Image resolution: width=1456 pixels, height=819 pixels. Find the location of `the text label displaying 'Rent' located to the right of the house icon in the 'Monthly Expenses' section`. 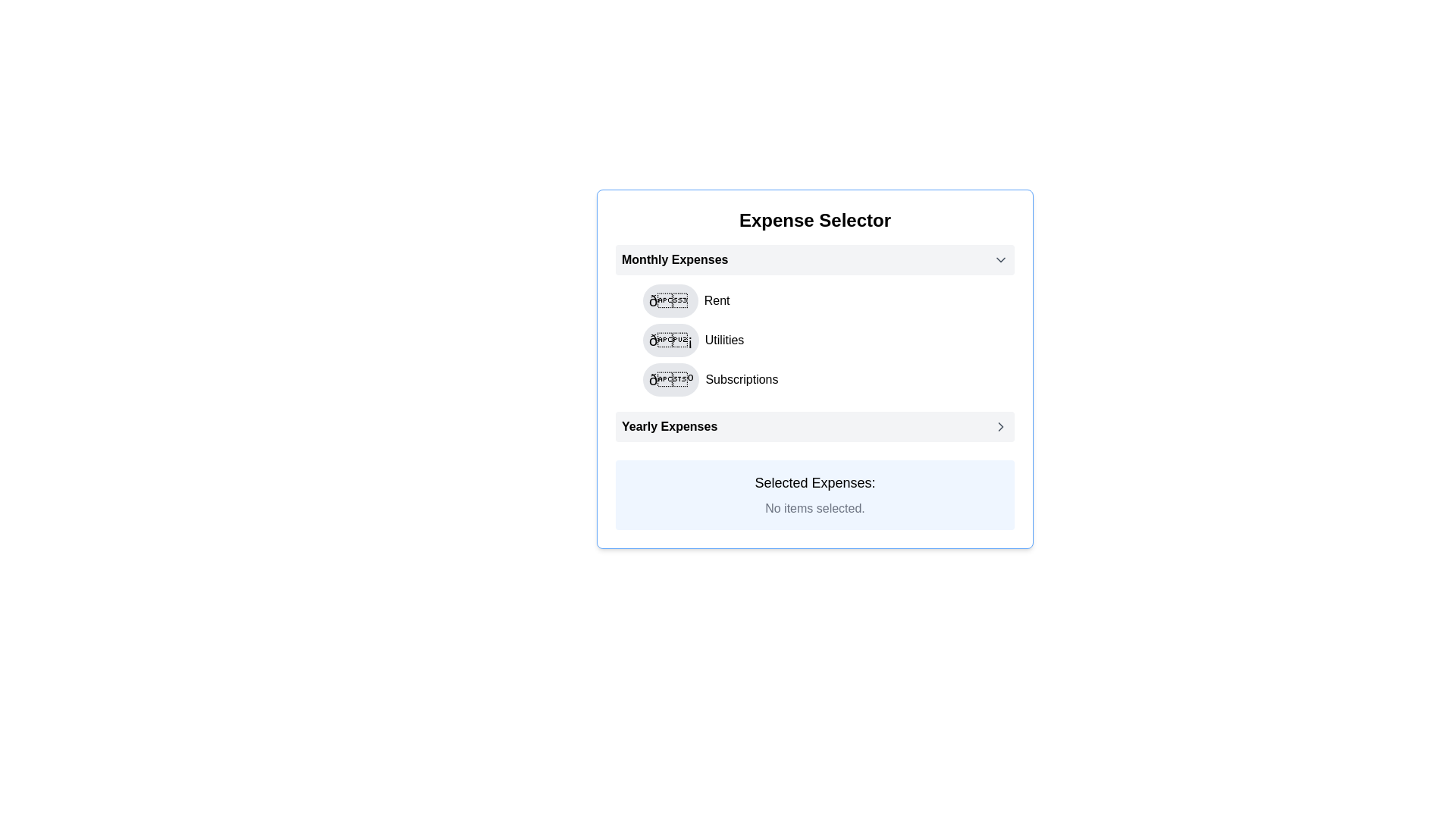

the text label displaying 'Rent' located to the right of the house icon in the 'Monthly Expenses' section is located at coordinates (716, 301).